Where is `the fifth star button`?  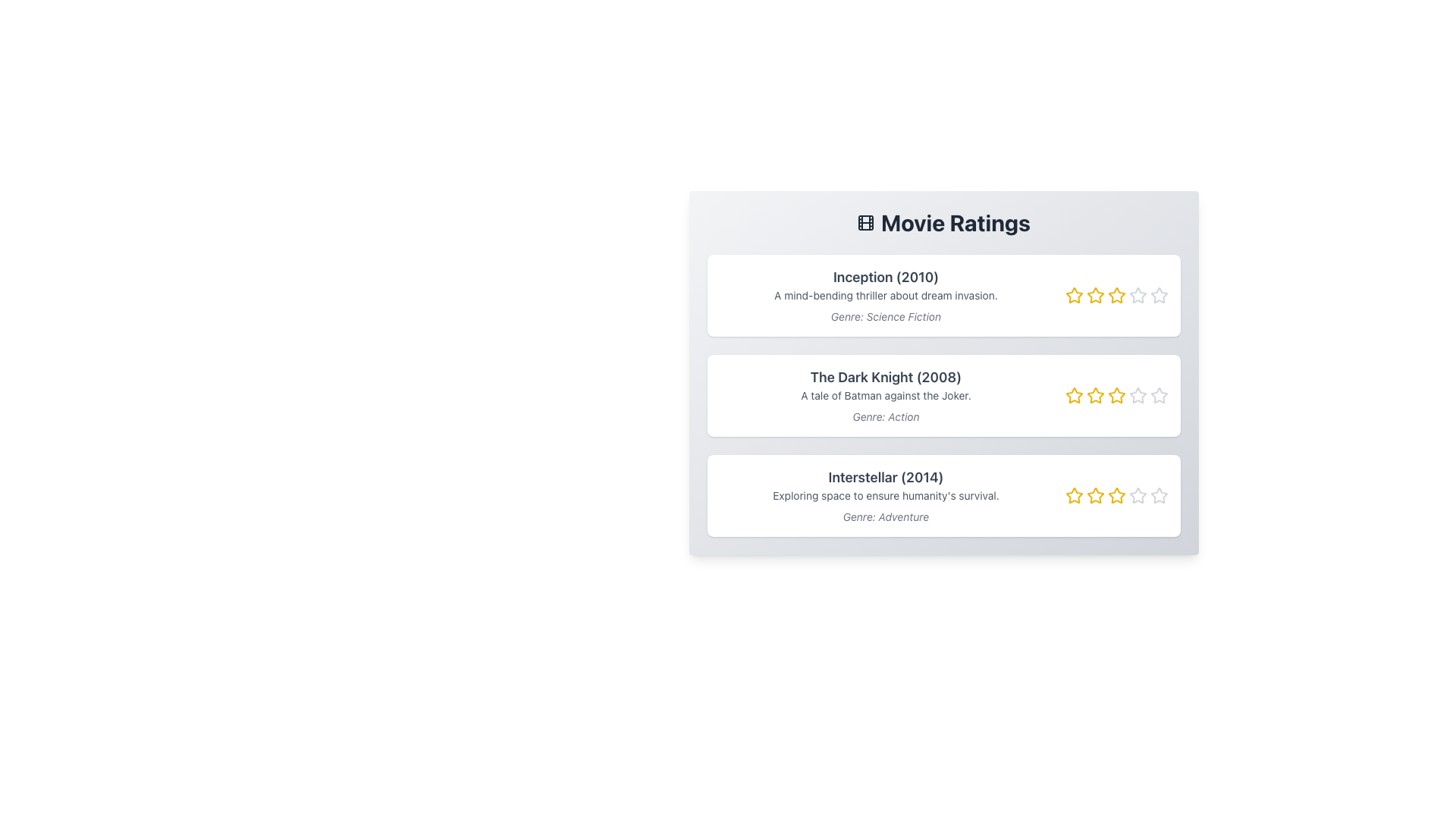 the fifth star button is located at coordinates (1158, 295).